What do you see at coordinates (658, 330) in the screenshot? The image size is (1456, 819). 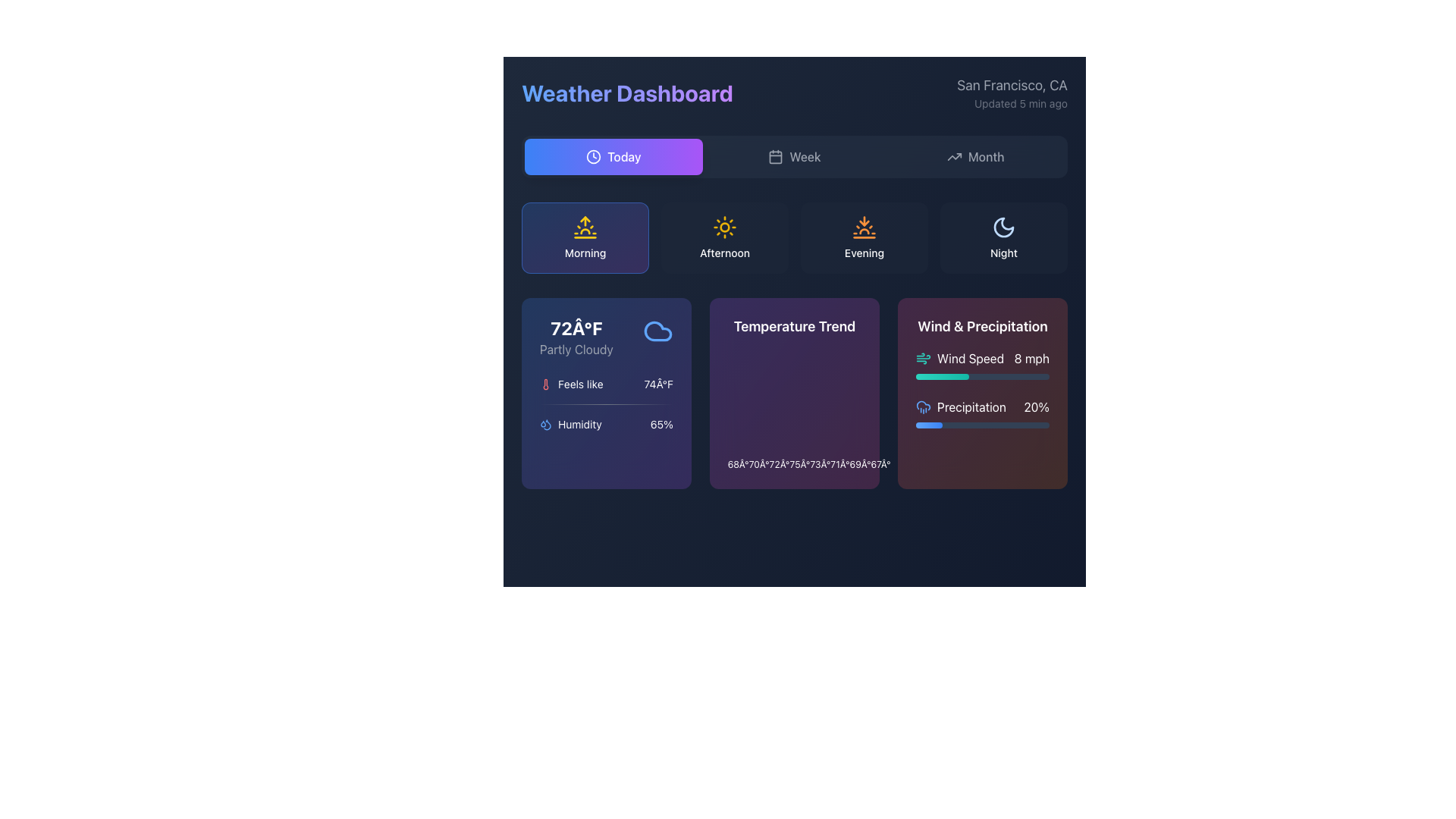 I see `the cloudiness icon located in the top right corner of the 'Partly Cloudy' section of the weather dashboard, which visually represents the current weather condition` at bounding box center [658, 330].